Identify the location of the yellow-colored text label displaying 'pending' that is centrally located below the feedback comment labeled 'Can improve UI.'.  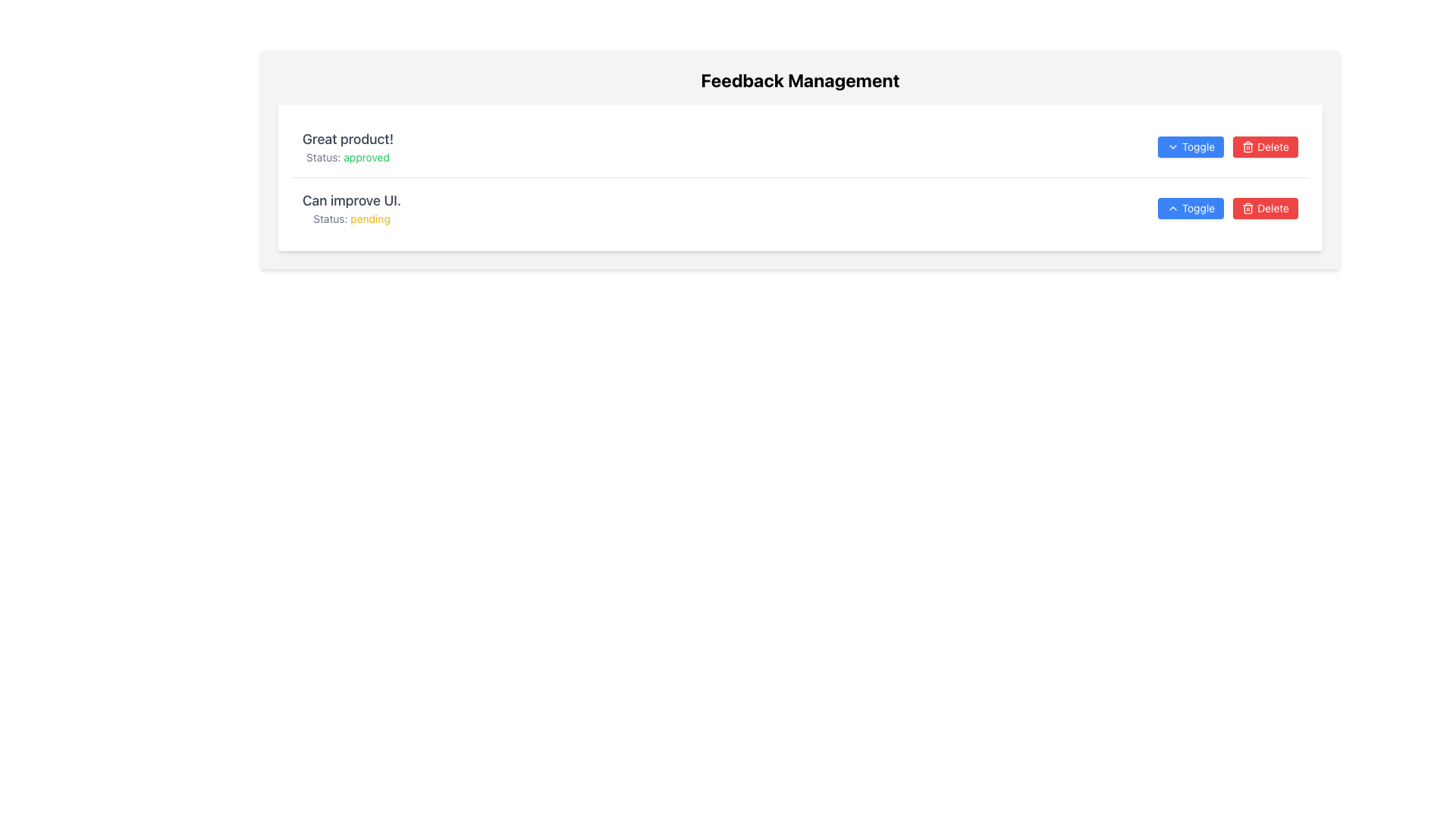
(370, 218).